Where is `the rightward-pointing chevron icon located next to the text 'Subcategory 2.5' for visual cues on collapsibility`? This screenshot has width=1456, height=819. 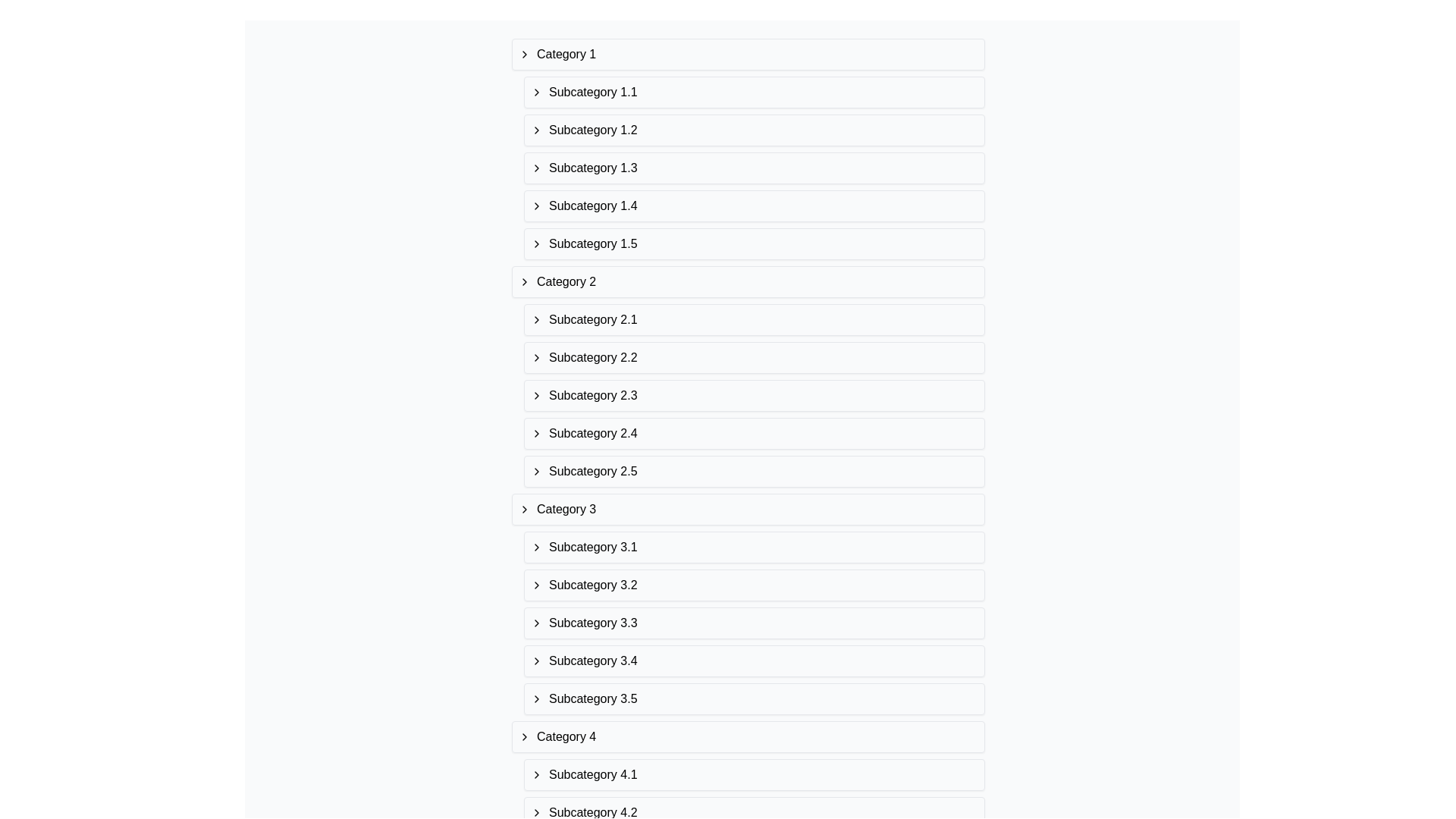 the rightward-pointing chevron icon located next to the text 'Subcategory 2.5' for visual cues on collapsibility is located at coordinates (537, 470).